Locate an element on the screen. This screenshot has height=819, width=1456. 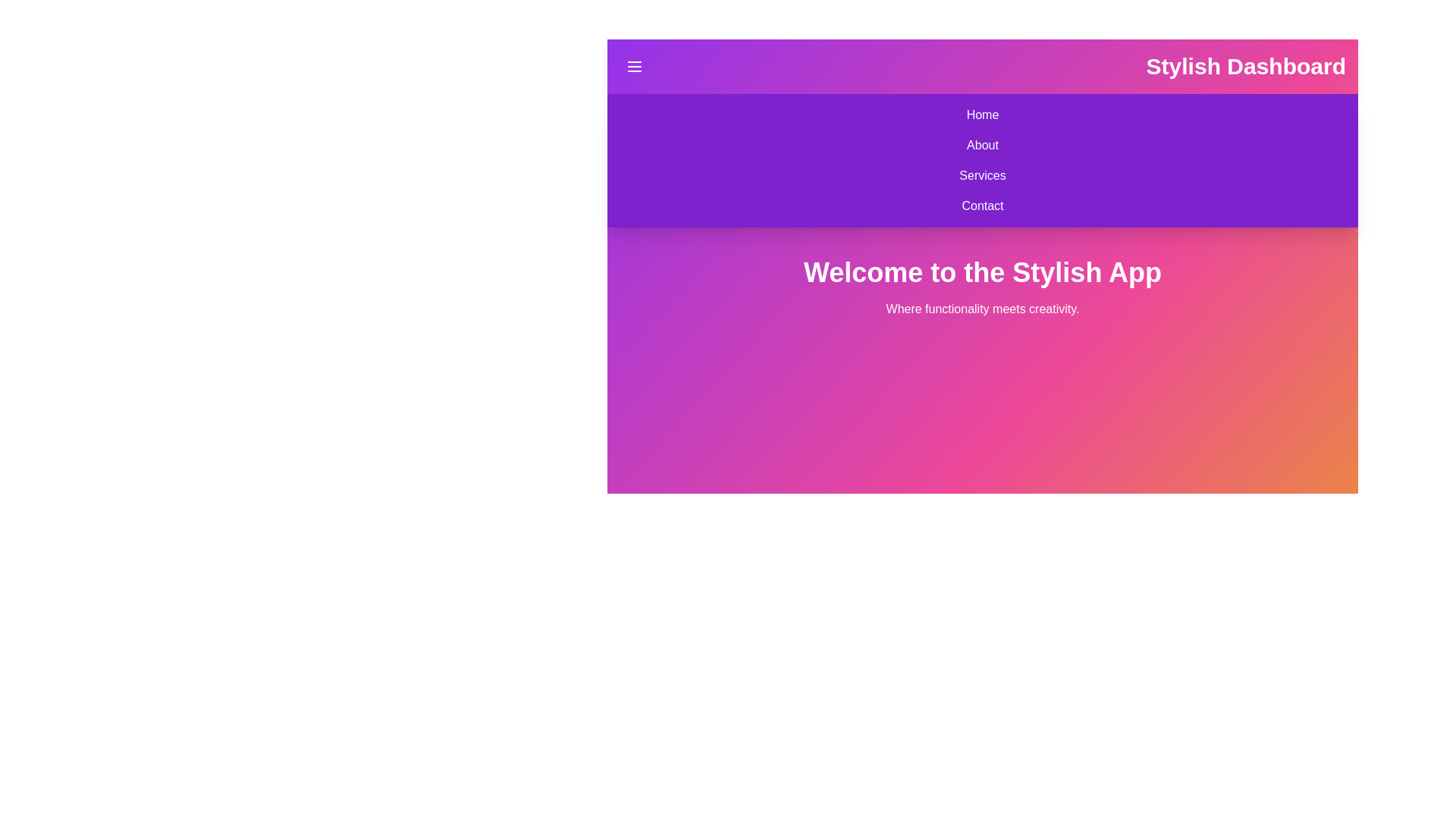
the Home from the navigation menu is located at coordinates (619, 114).